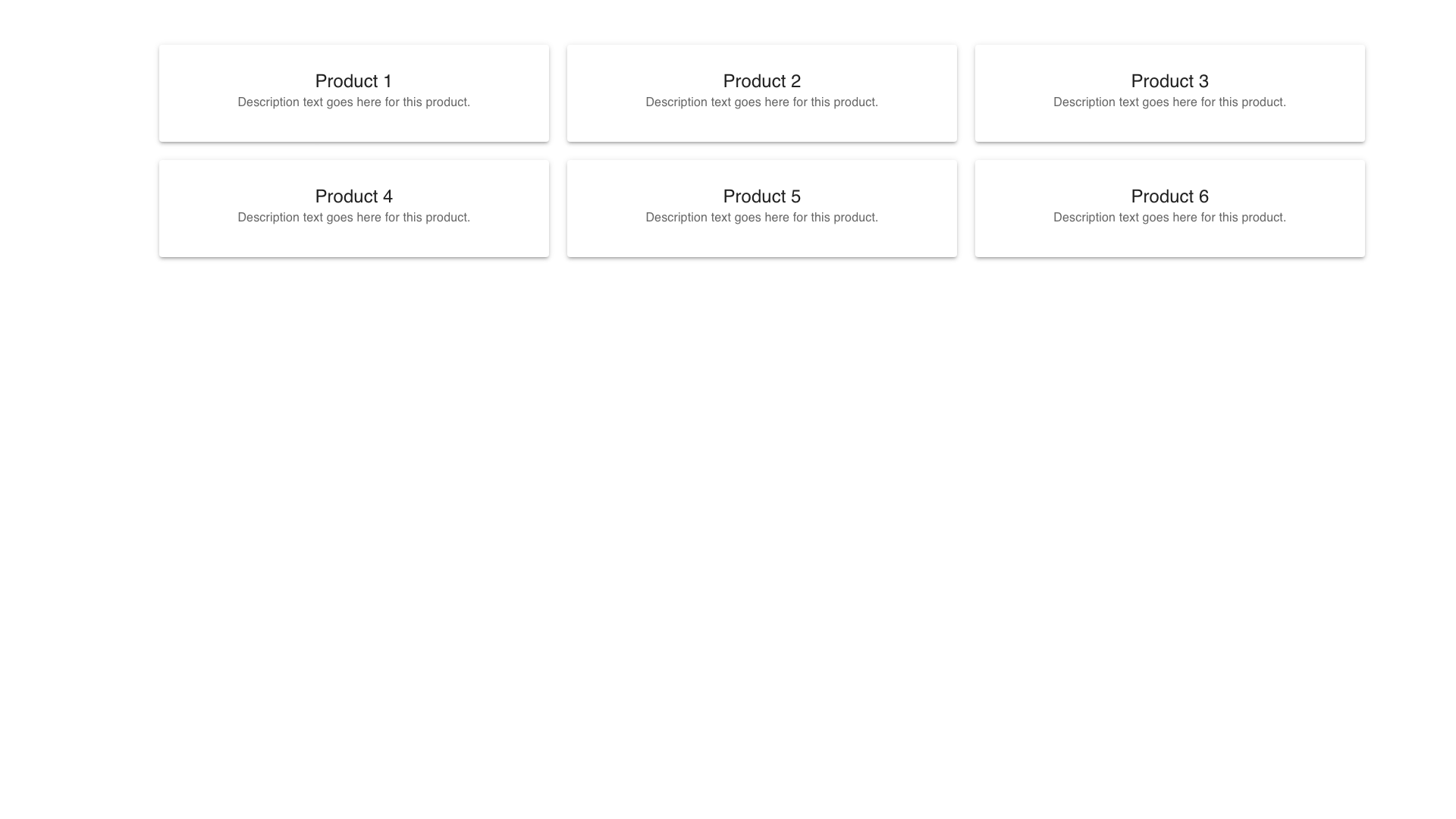 Image resolution: width=1456 pixels, height=819 pixels. What do you see at coordinates (353, 81) in the screenshot?
I see `the 'Product 1' text header displayed in bold font` at bounding box center [353, 81].